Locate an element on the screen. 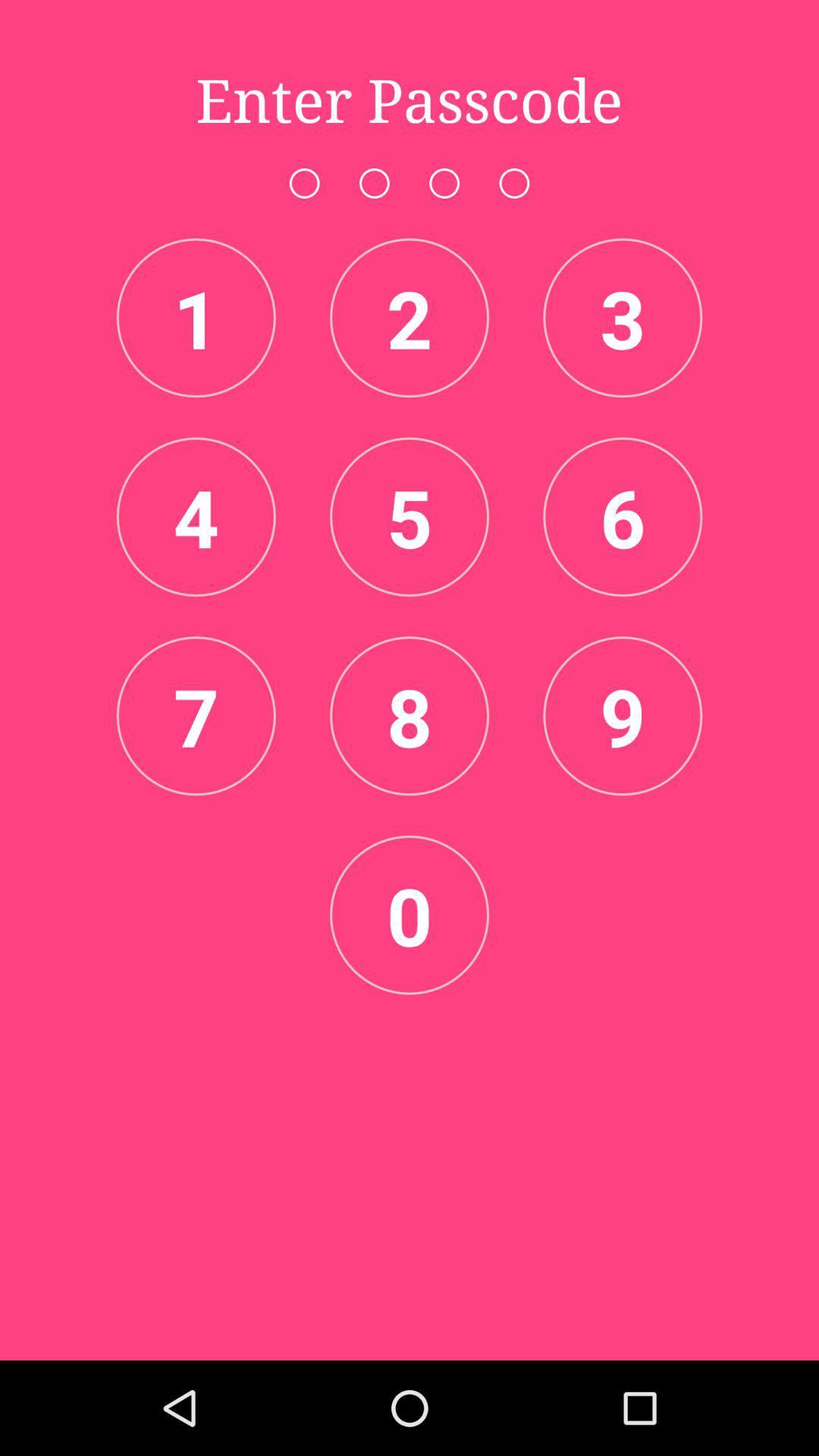 The width and height of the screenshot is (819, 1456). the icon which says 5 is located at coordinates (409, 516).